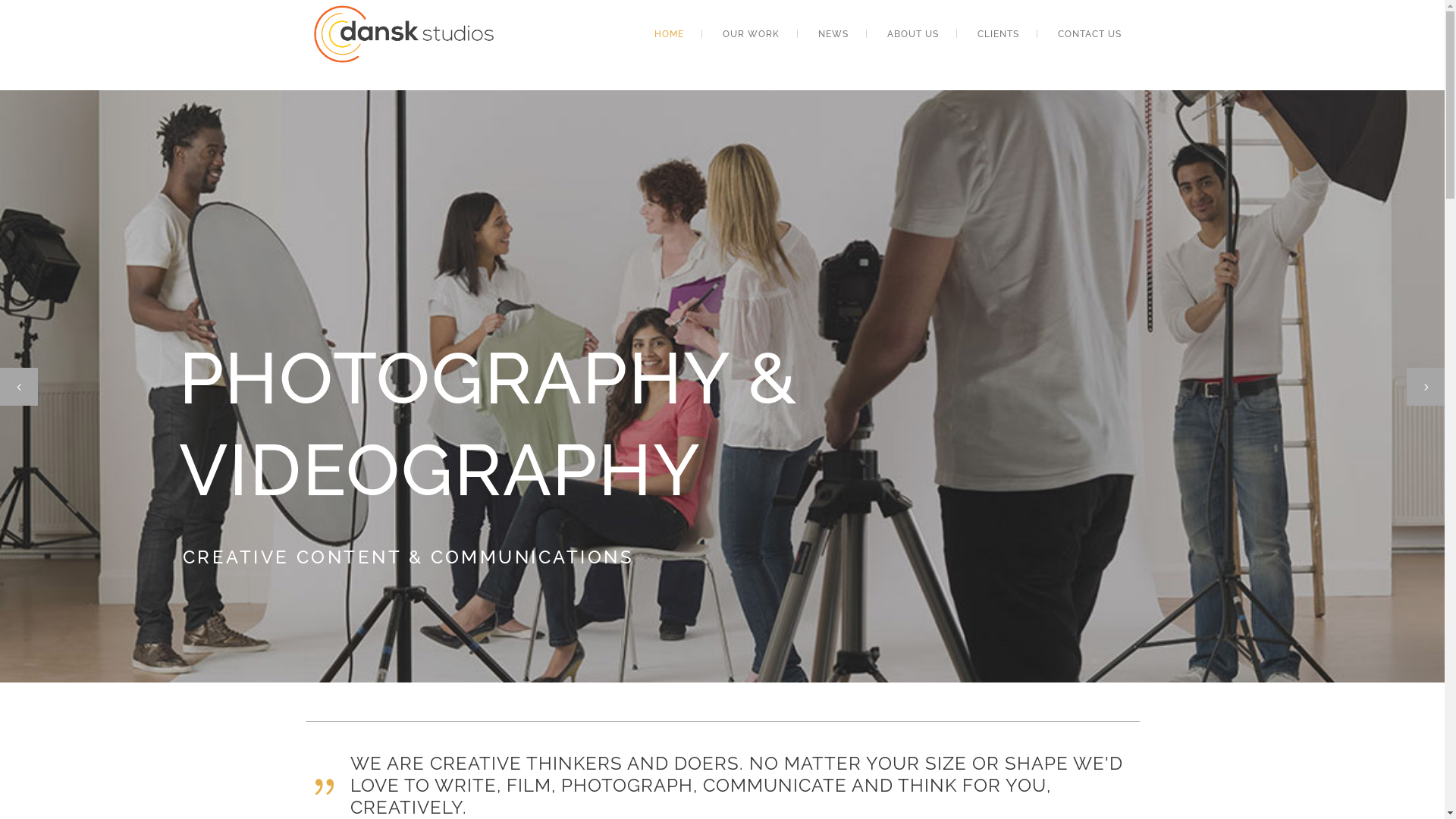 This screenshot has width=1456, height=819. I want to click on 'CONTACT US', so click(1087, 34).